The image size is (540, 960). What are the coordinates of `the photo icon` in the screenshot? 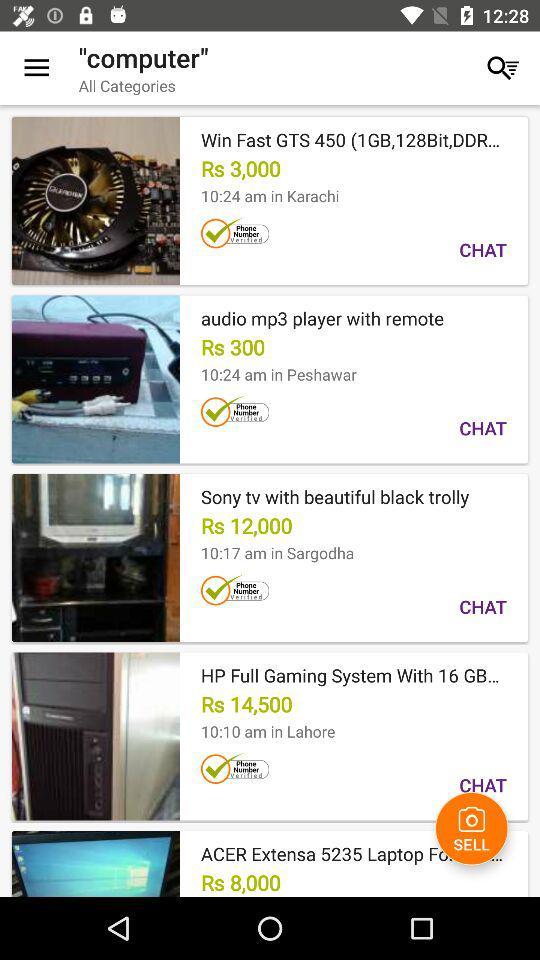 It's located at (471, 828).